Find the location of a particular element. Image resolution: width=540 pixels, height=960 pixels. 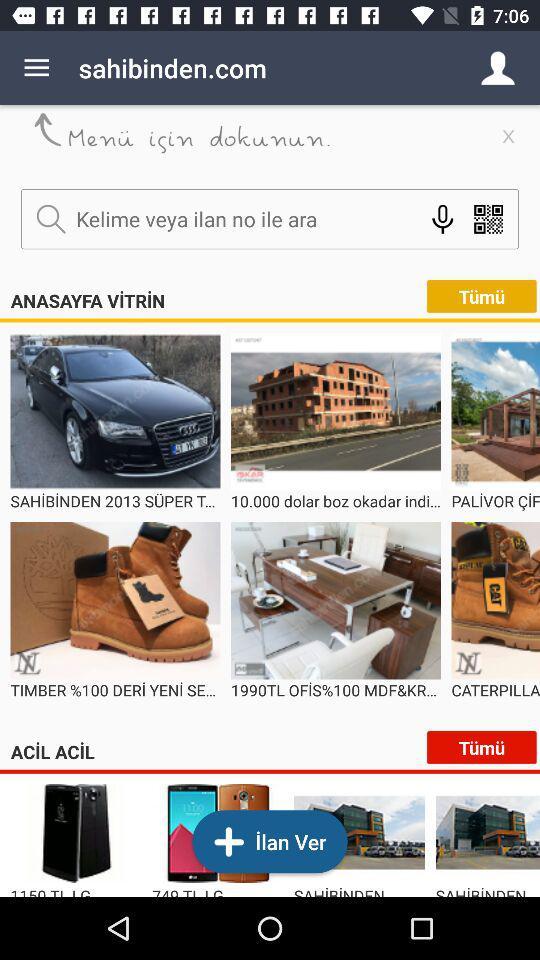

the microphone icon is located at coordinates (442, 219).